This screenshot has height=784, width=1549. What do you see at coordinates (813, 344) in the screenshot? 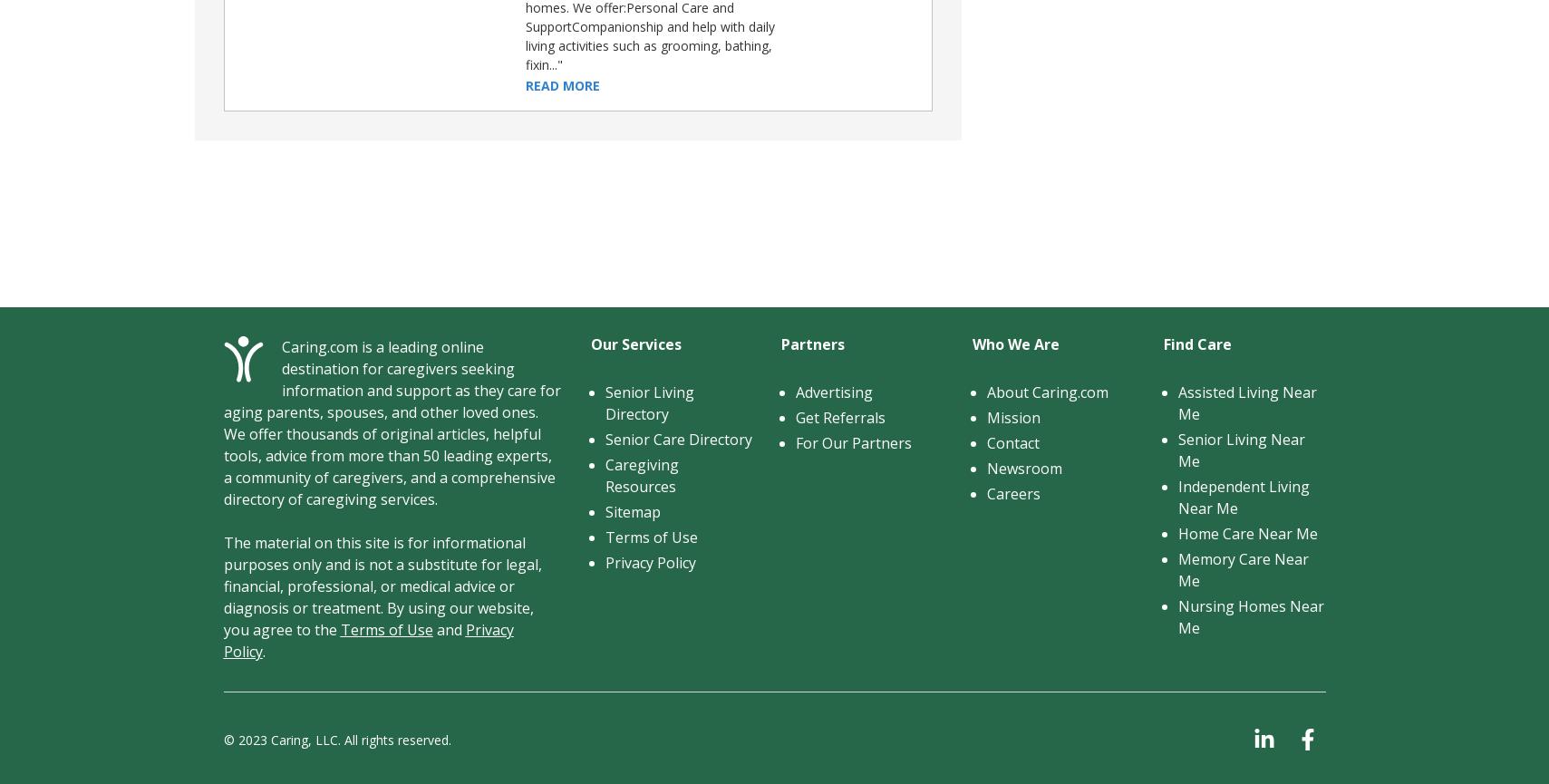
I see `'Partners'` at bounding box center [813, 344].